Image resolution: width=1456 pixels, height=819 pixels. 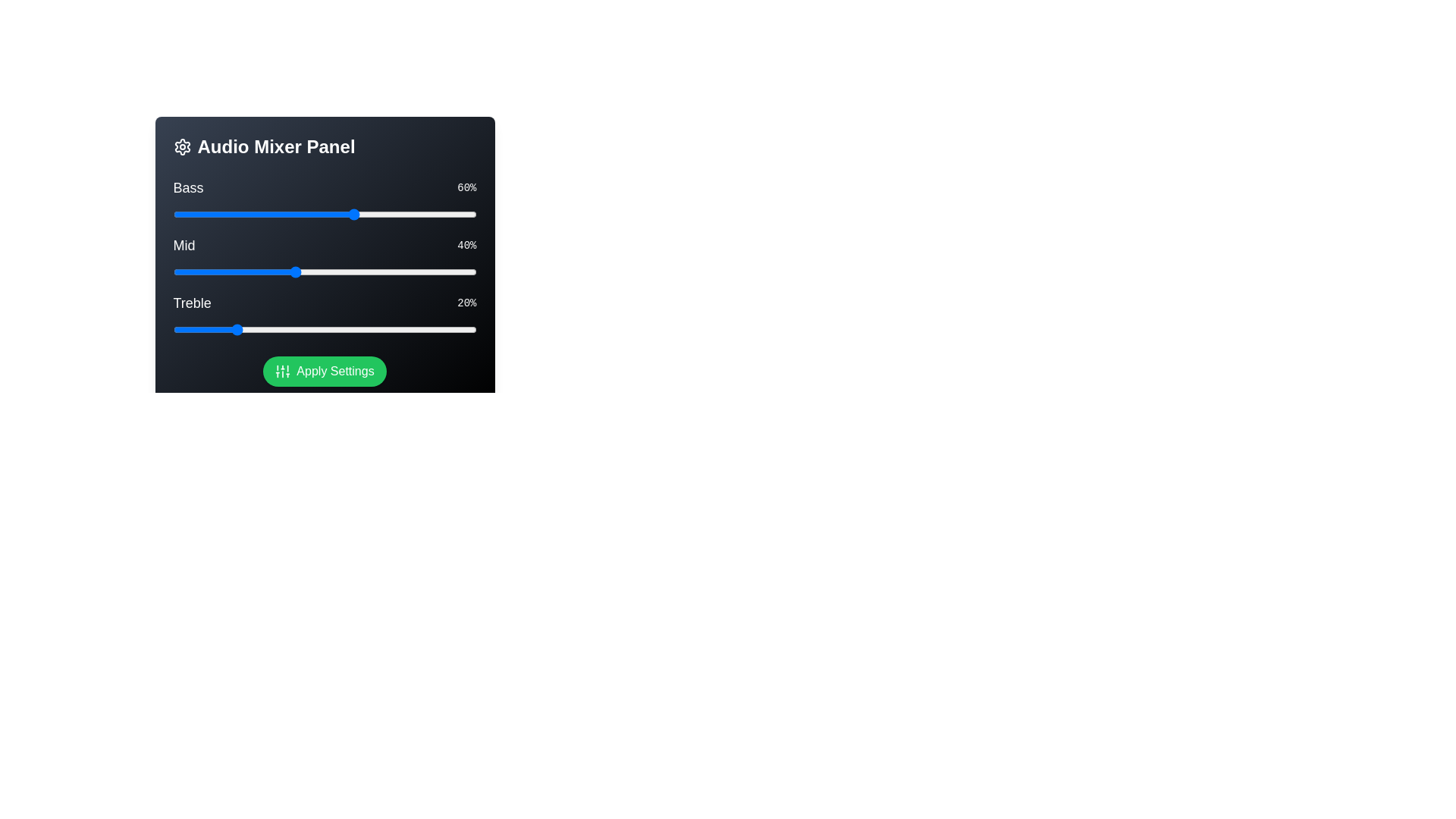 What do you see at coordinates (239, 271) in the screenshot?
I see `the 'Mid' slider to 22%` at bounding box center [239, 271].